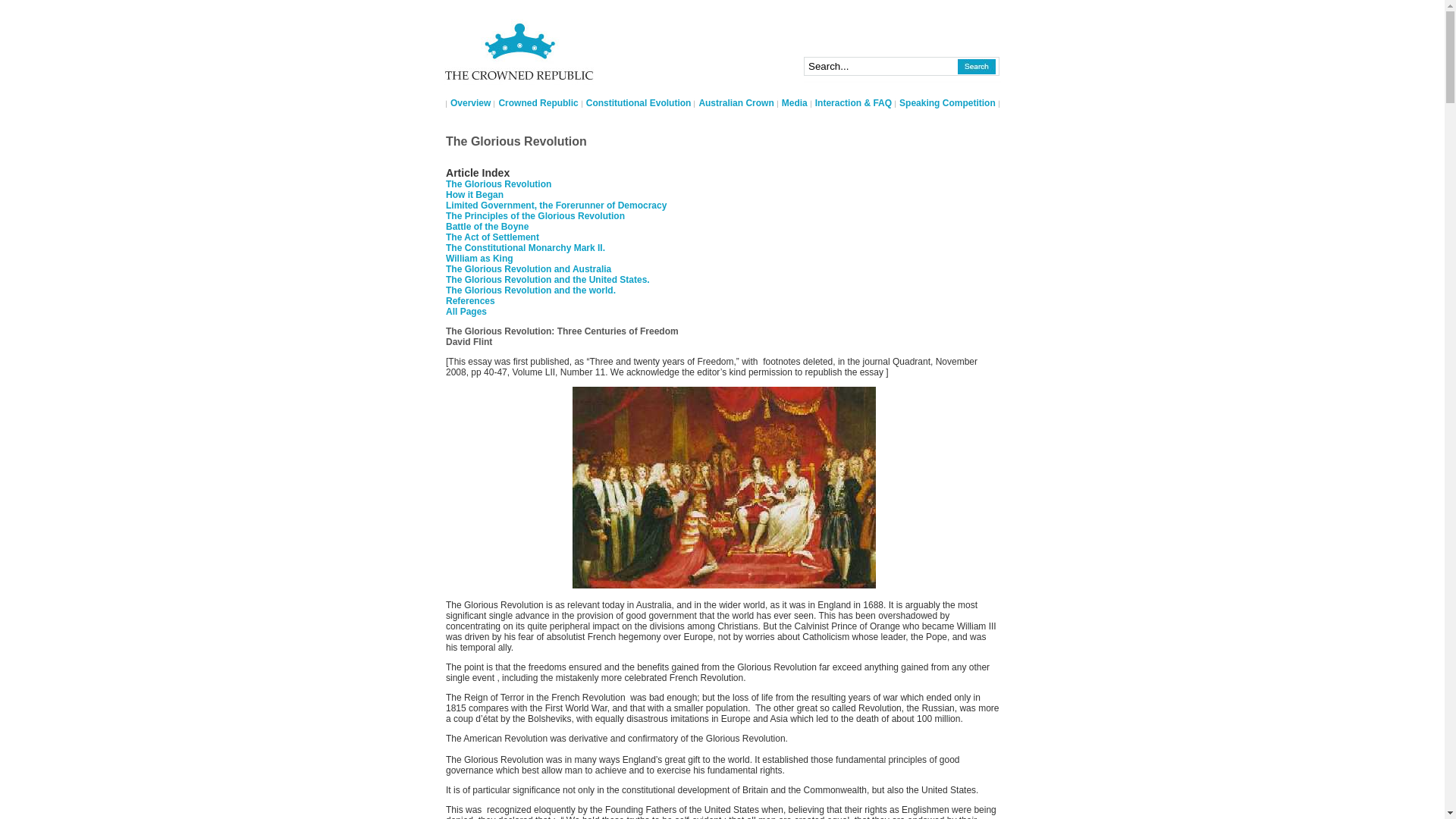 Image resolution: width=1456 pixels, height=819 pixels. What do you see at coordinates (793, 102) in the screenshot?
I see `'Media'` at bounding box center [793, 102].